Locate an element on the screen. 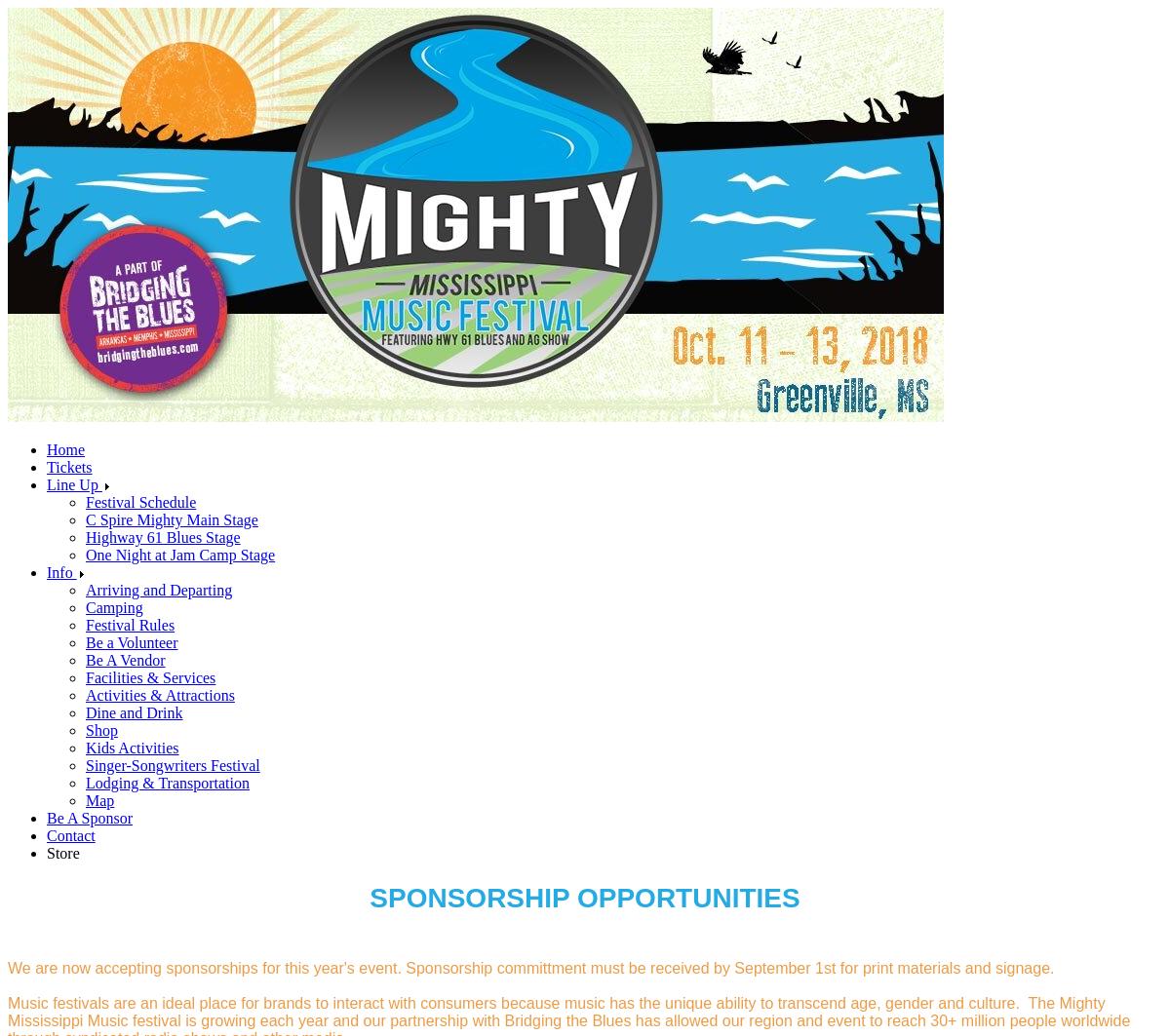 The image size is (1170, 1036). 'Camping' is located at coordinates (85, 606).